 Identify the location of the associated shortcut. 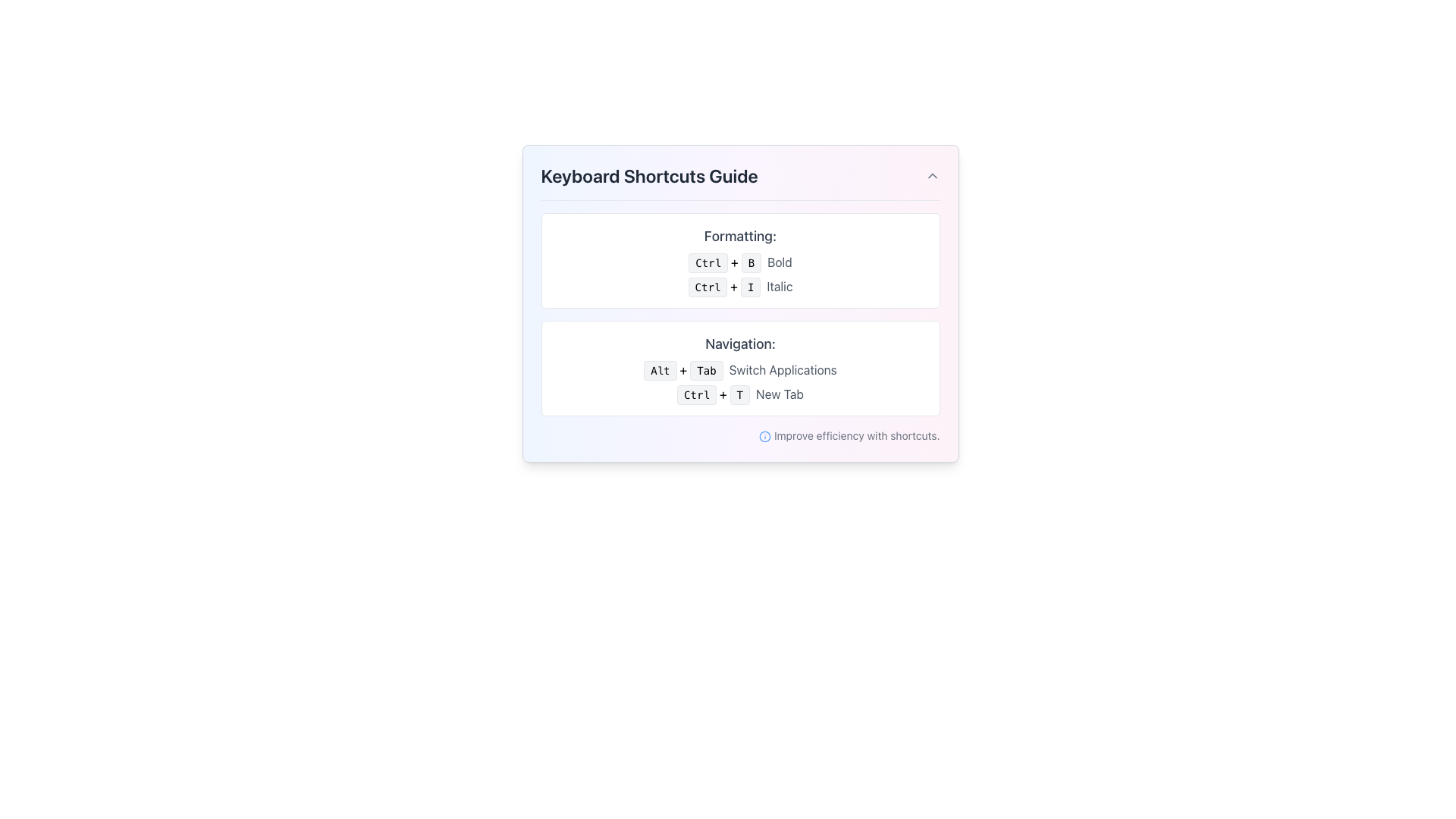
(783, 370).